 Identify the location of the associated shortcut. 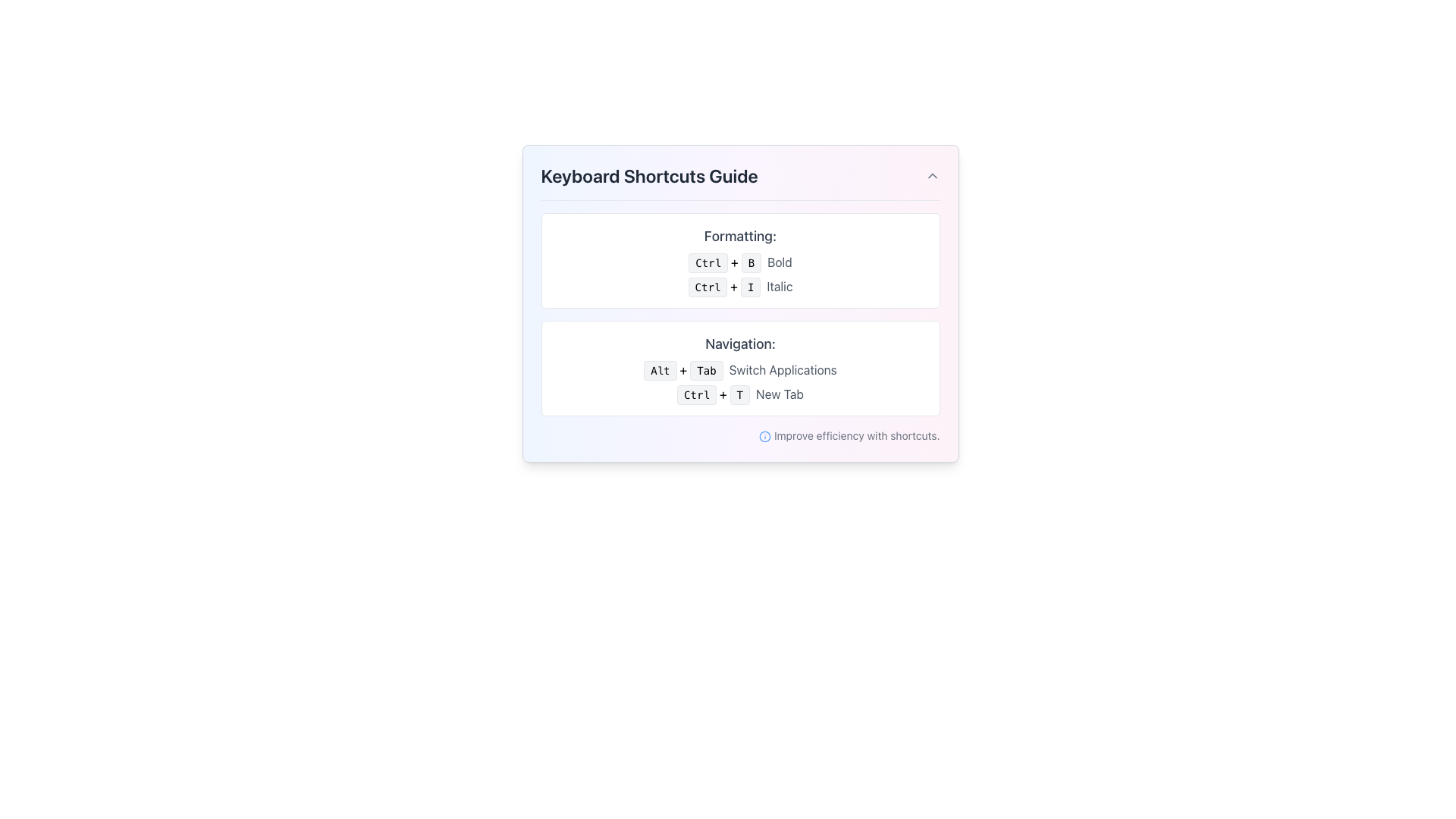
(783, 370).